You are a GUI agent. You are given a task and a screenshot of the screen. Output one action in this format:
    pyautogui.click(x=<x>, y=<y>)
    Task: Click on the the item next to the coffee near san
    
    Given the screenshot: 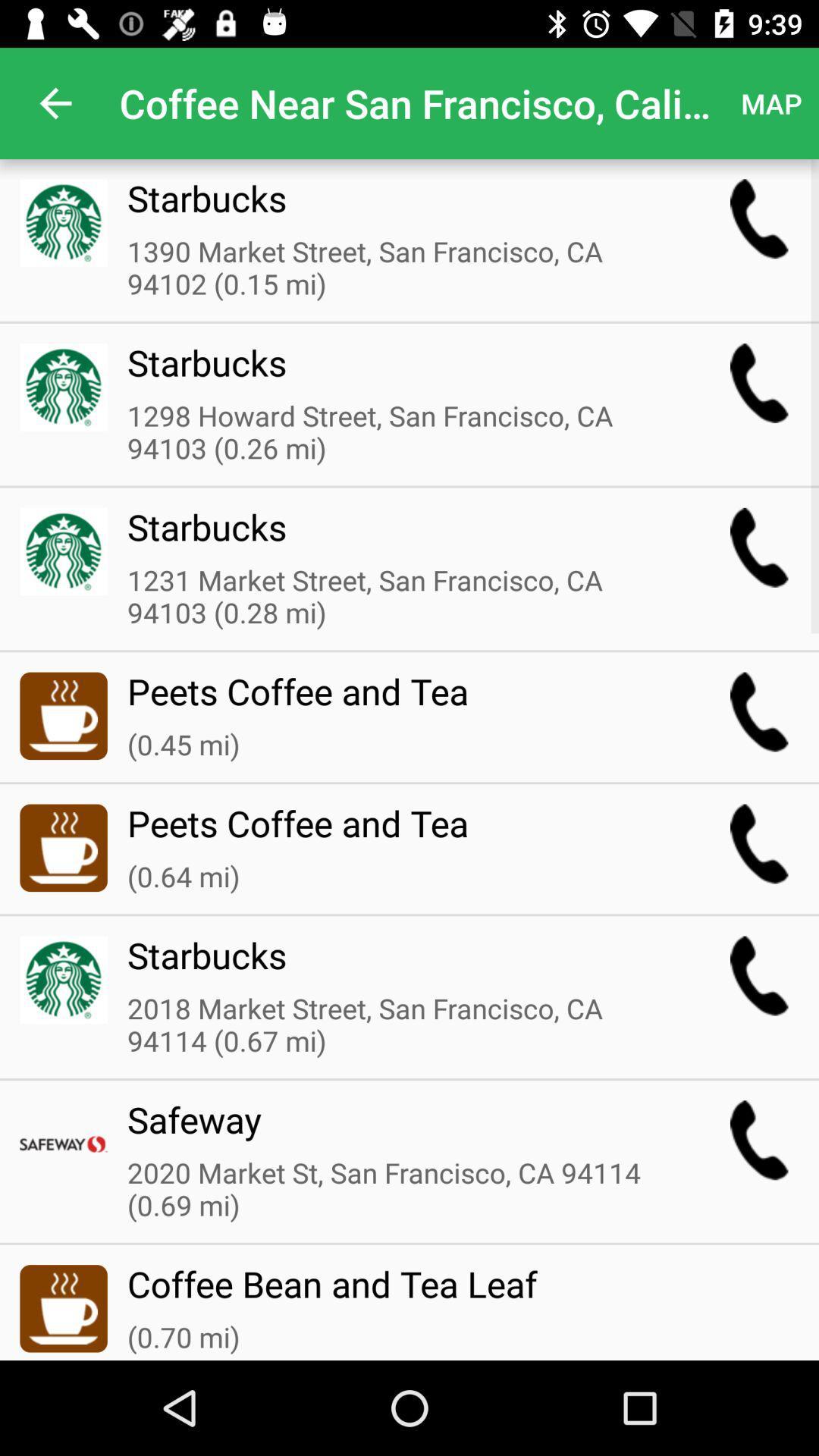 What is the action you would take?
    pyautogui.click(x=771, y=102)
    